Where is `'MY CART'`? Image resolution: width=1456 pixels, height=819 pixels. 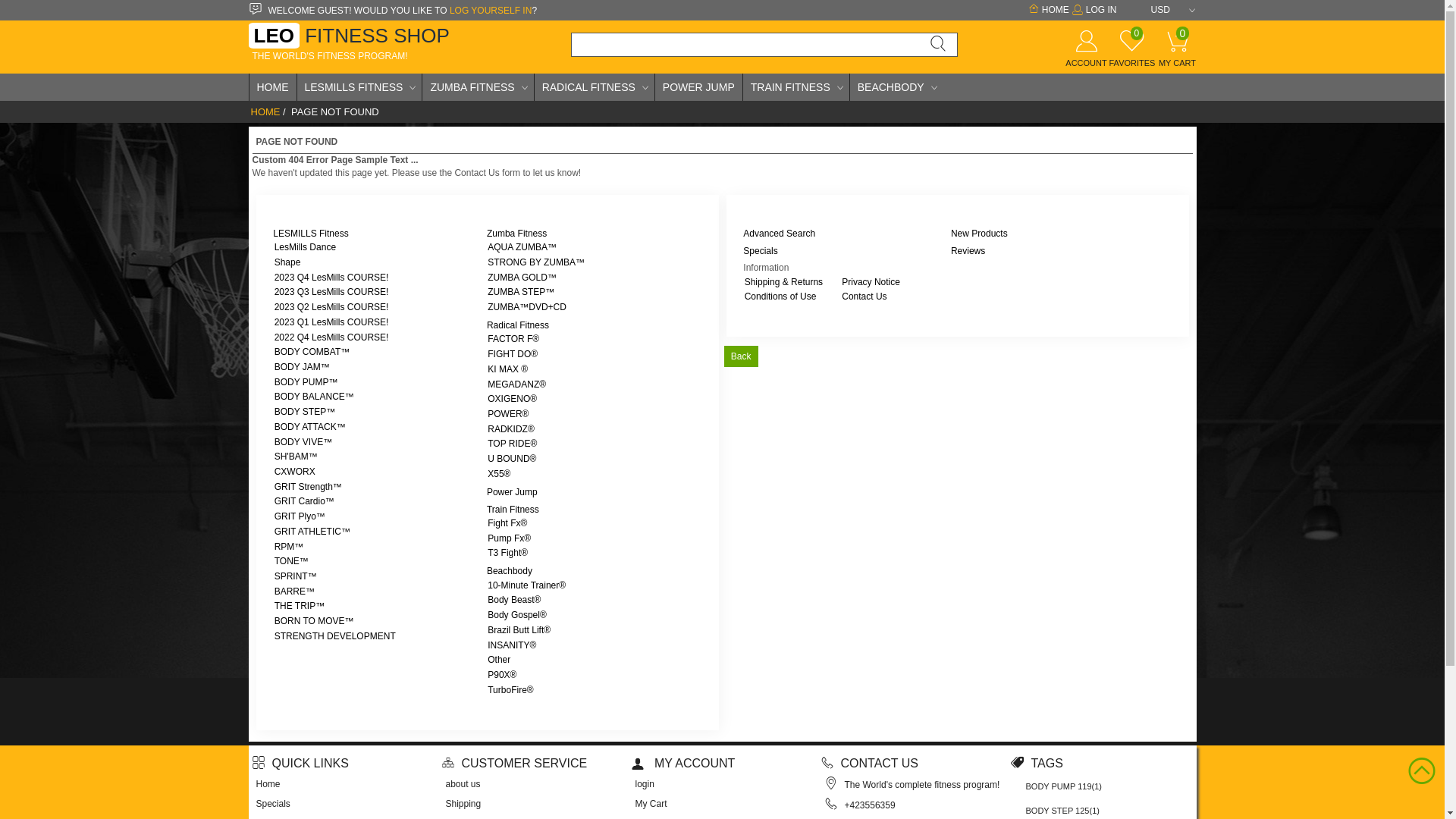
'MY CART' is located at coordinates (1153, 53).